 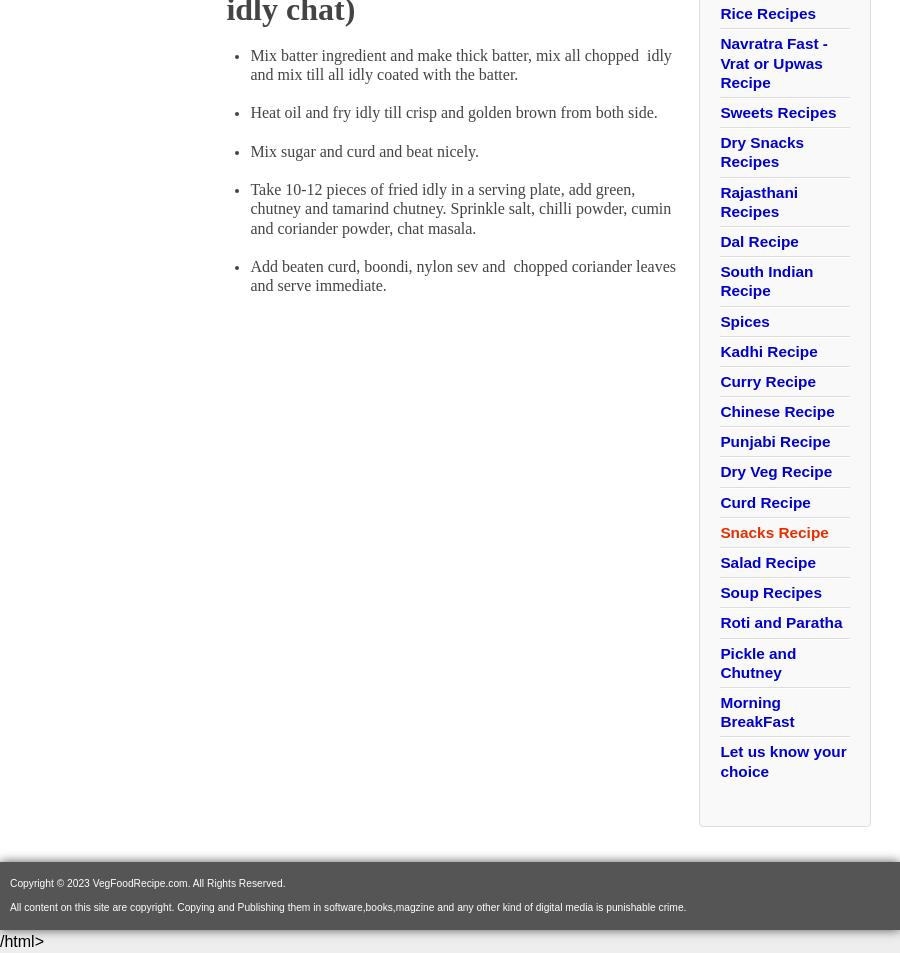 What do you see at coordinates (766, 562) in the screenshot?
I see `'Salad Recipe'` at bounding box center [766, 562].